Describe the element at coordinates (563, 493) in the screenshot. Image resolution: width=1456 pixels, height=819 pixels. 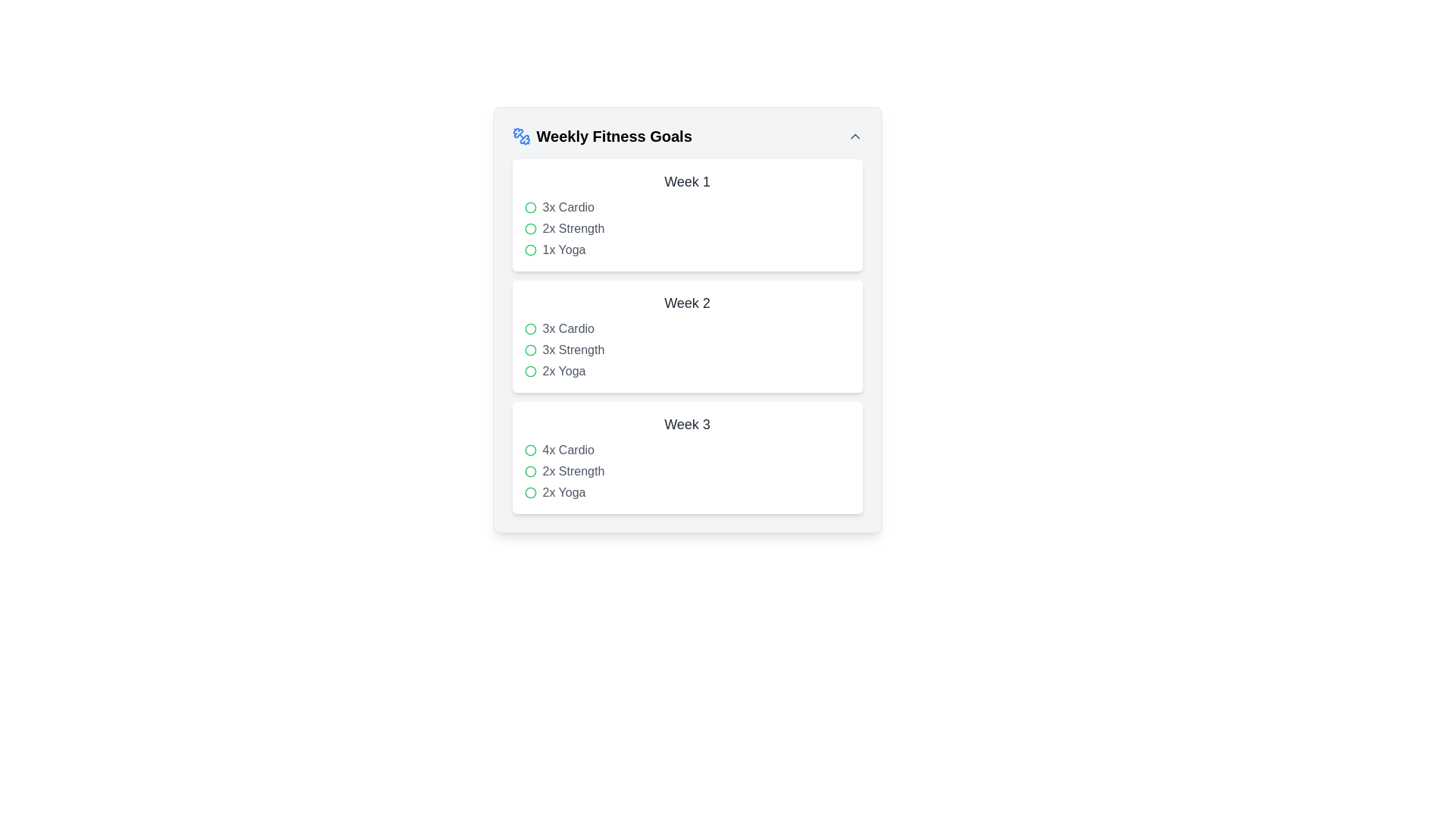
I see `the text label indicating the specific fitness activity and its count in the 'Week 3' section, which is the last item in the list of 'Weekly Fitness Goals'` at that location.